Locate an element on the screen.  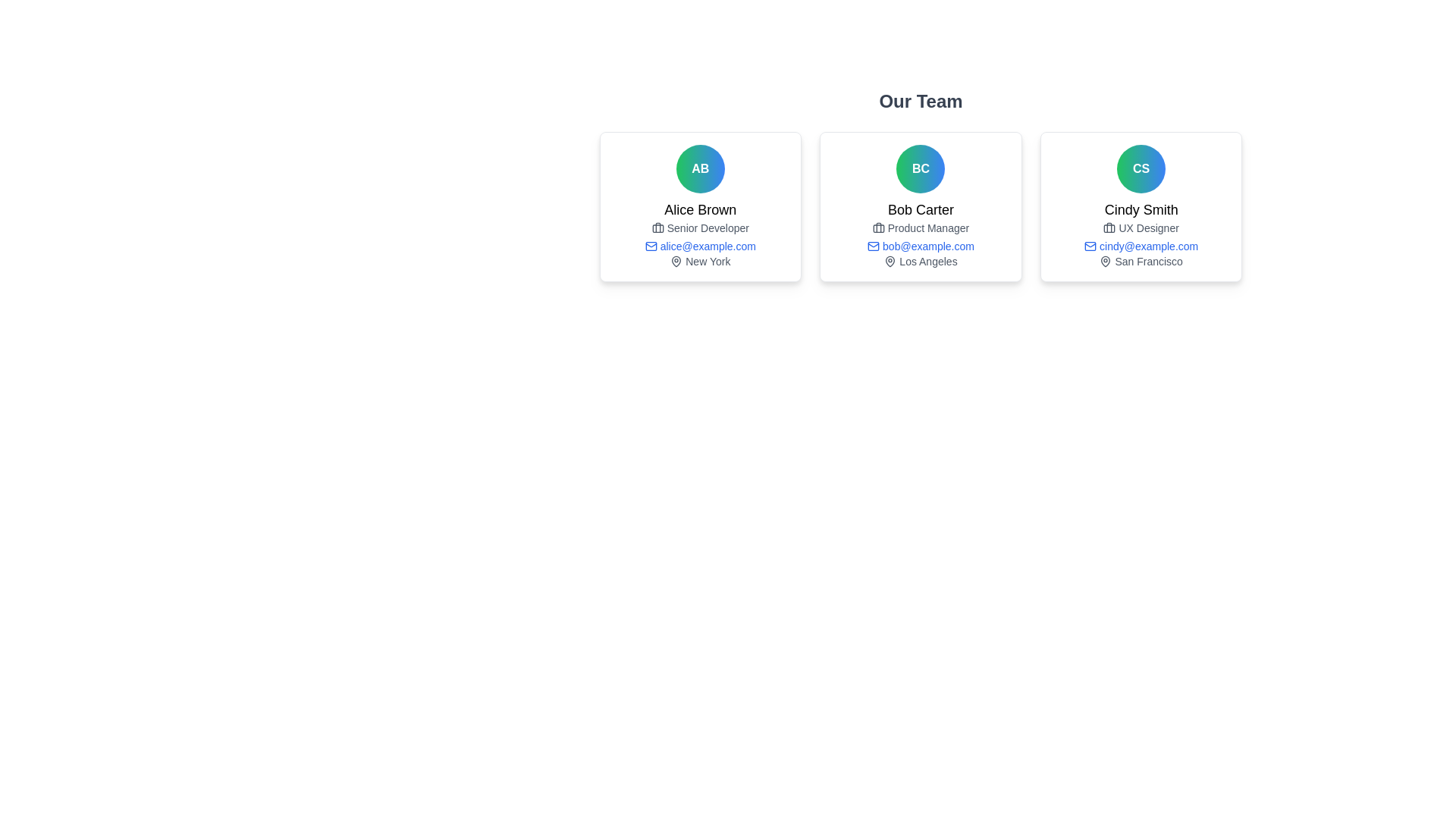
the map pin icon located to the left of the label 'New York' in the bottom section of the first profile card is located at coordinates (676, 260).